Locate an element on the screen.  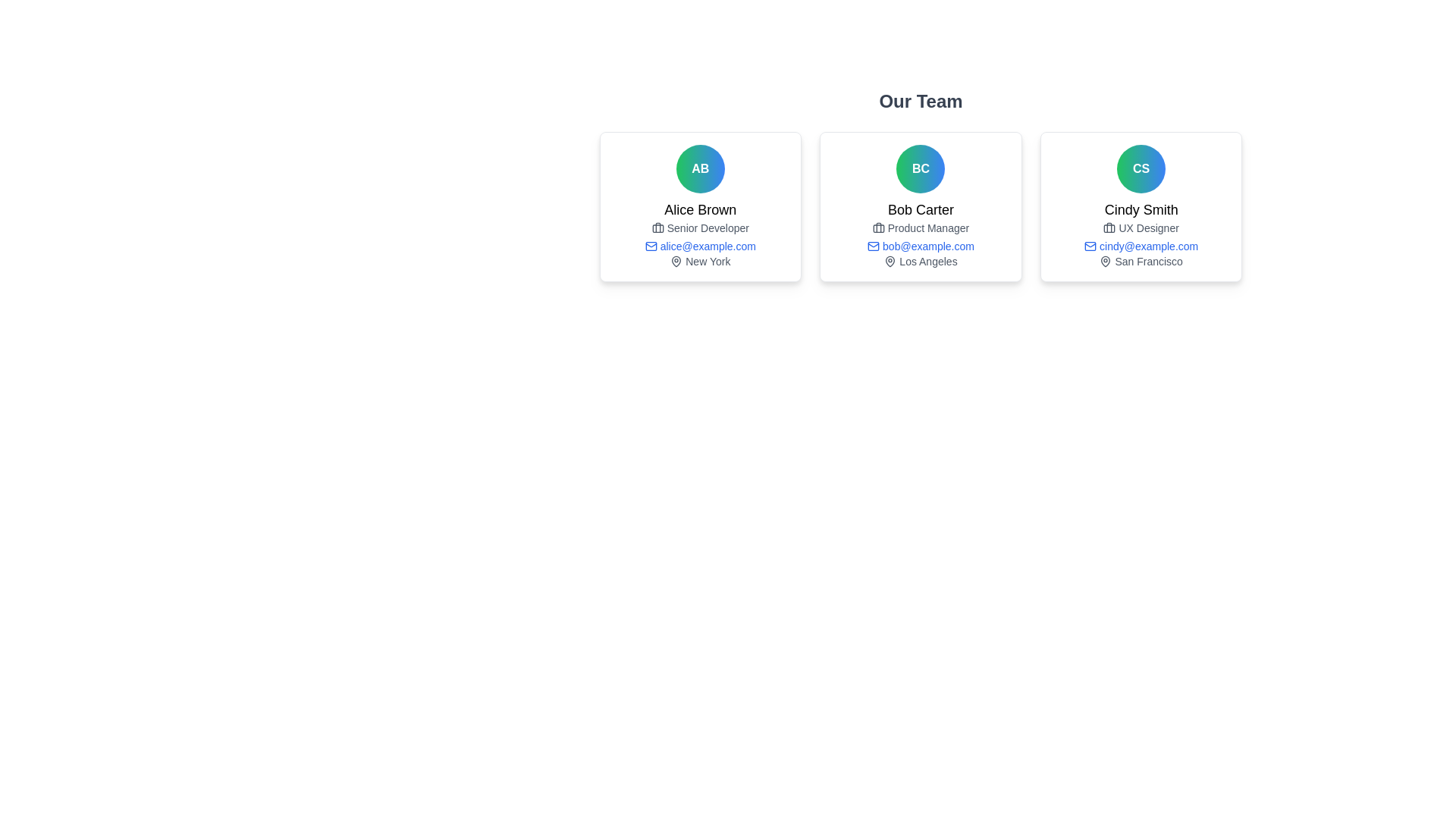
the map pin icon located to the left of the label 'New York' in the bottom section of the first profile card is located at coordinates (676, 260).